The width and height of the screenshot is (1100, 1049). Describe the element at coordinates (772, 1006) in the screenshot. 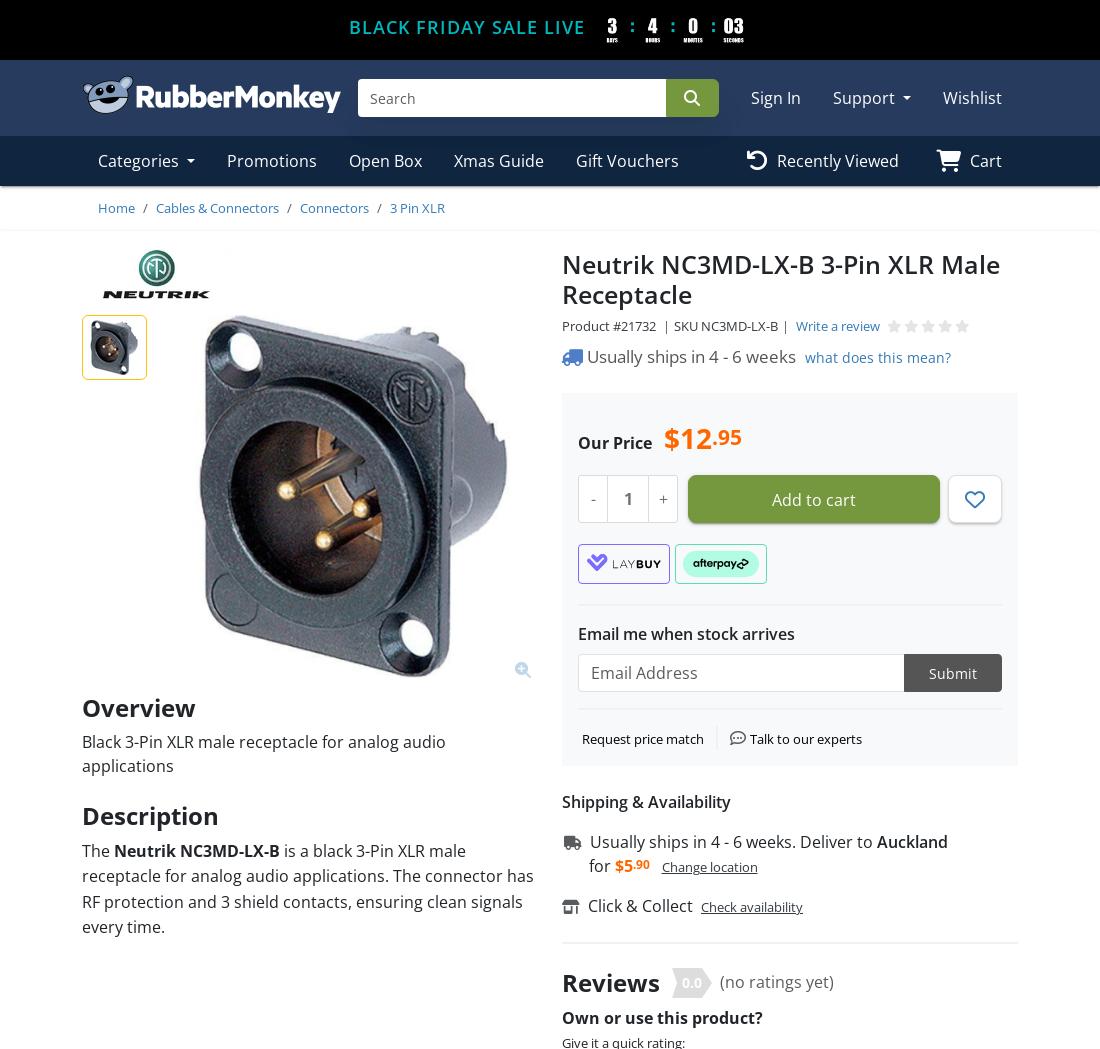

I see `'If you have any queries please feel free to get in contact with our friendly team.'` at that location.